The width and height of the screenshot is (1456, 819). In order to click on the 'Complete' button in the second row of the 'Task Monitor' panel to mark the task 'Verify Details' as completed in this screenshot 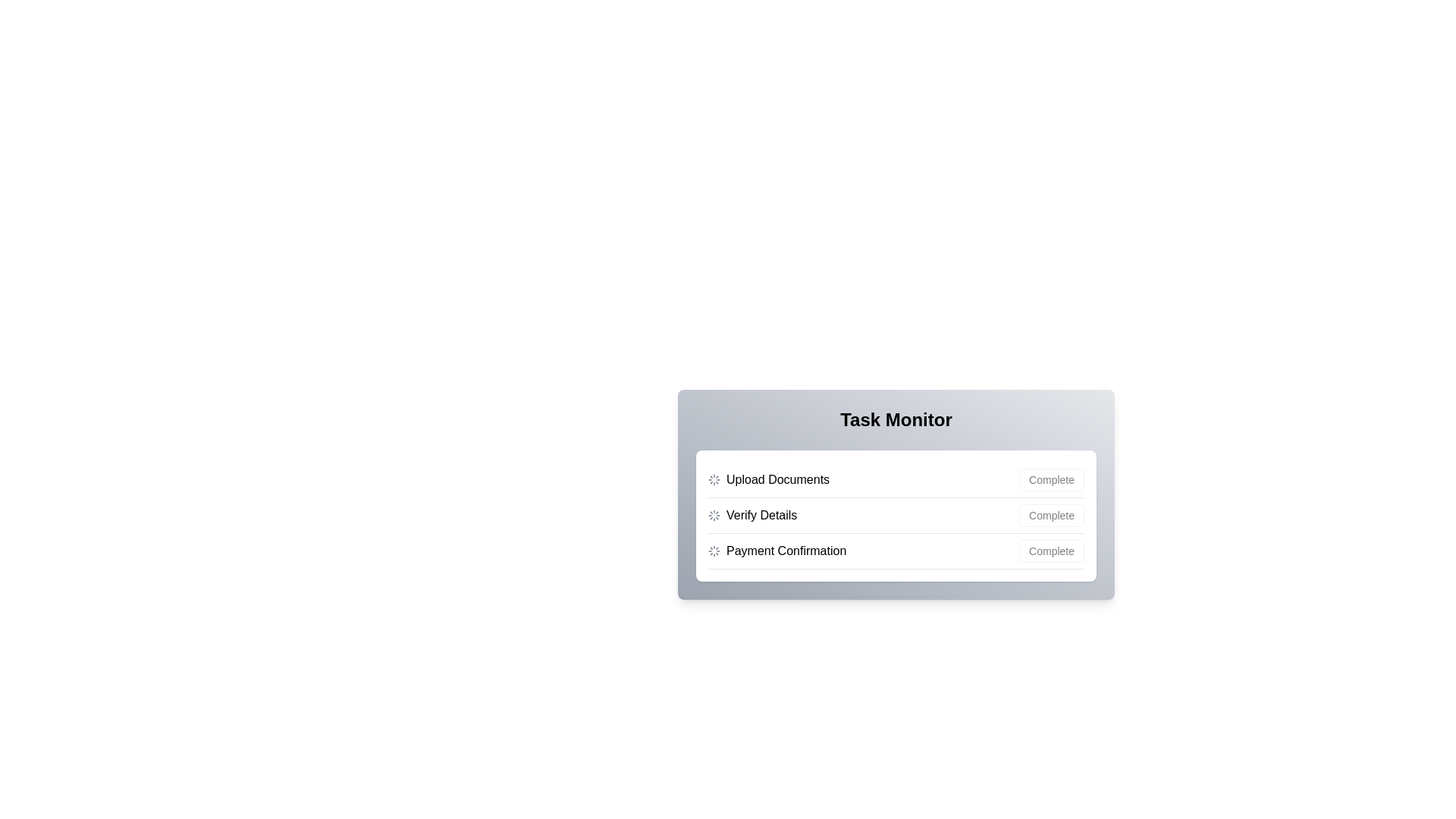, I will do `click(1023, 509)`.